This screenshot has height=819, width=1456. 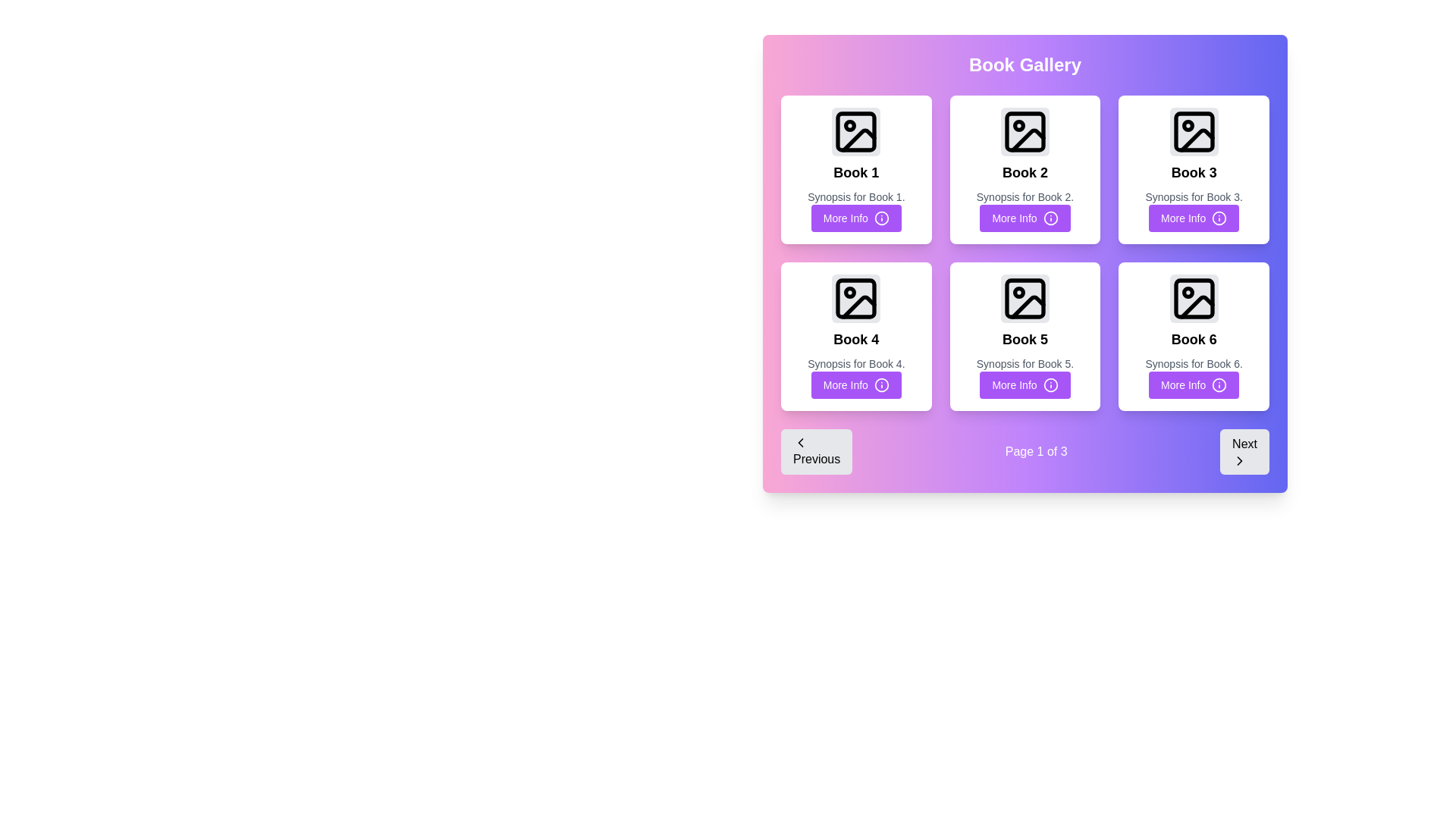 I want to click on the Chevron Right icon located at the bottom-right corner of the 'Next' button, which has a minimalist design and is styled with thin stroke lines, so click(x=1240, y=460).